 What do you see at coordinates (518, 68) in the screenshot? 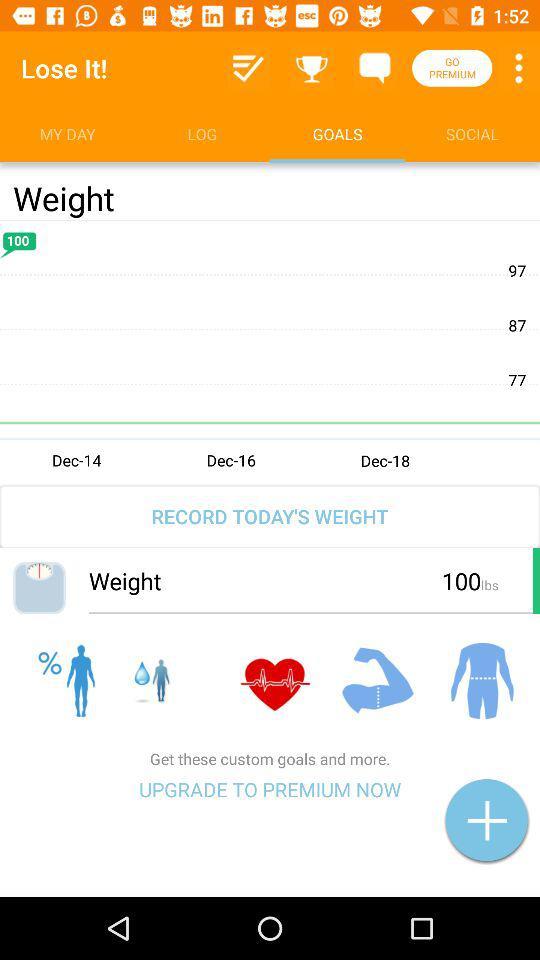
I see `settings` at bounding box center [518, 68].